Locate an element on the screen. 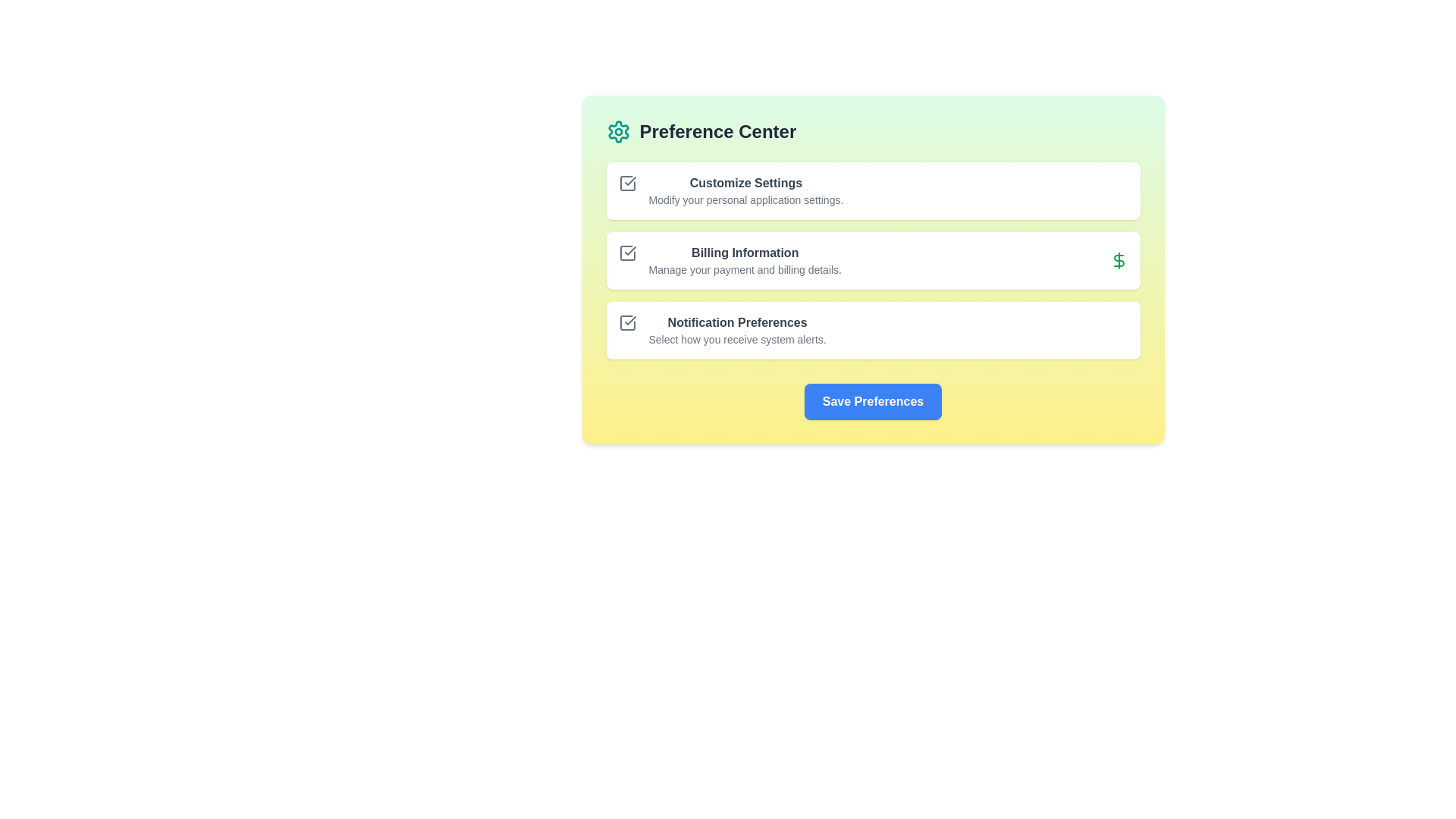 This screenshot has width=1456, height=819. the cogwheel icon representing settings, located to the left of the 'Preference Center' title is located at coordinates (618, 130).